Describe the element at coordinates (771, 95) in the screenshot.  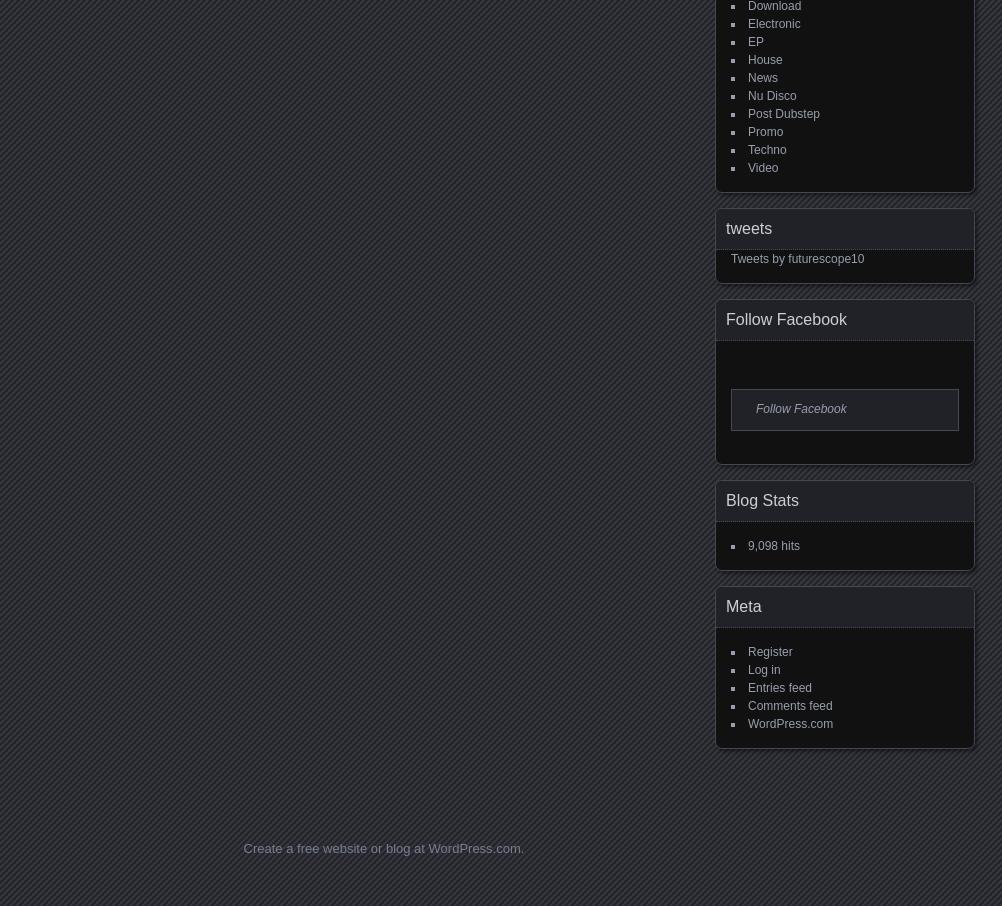
I see `'Nu Disco'` at that location.